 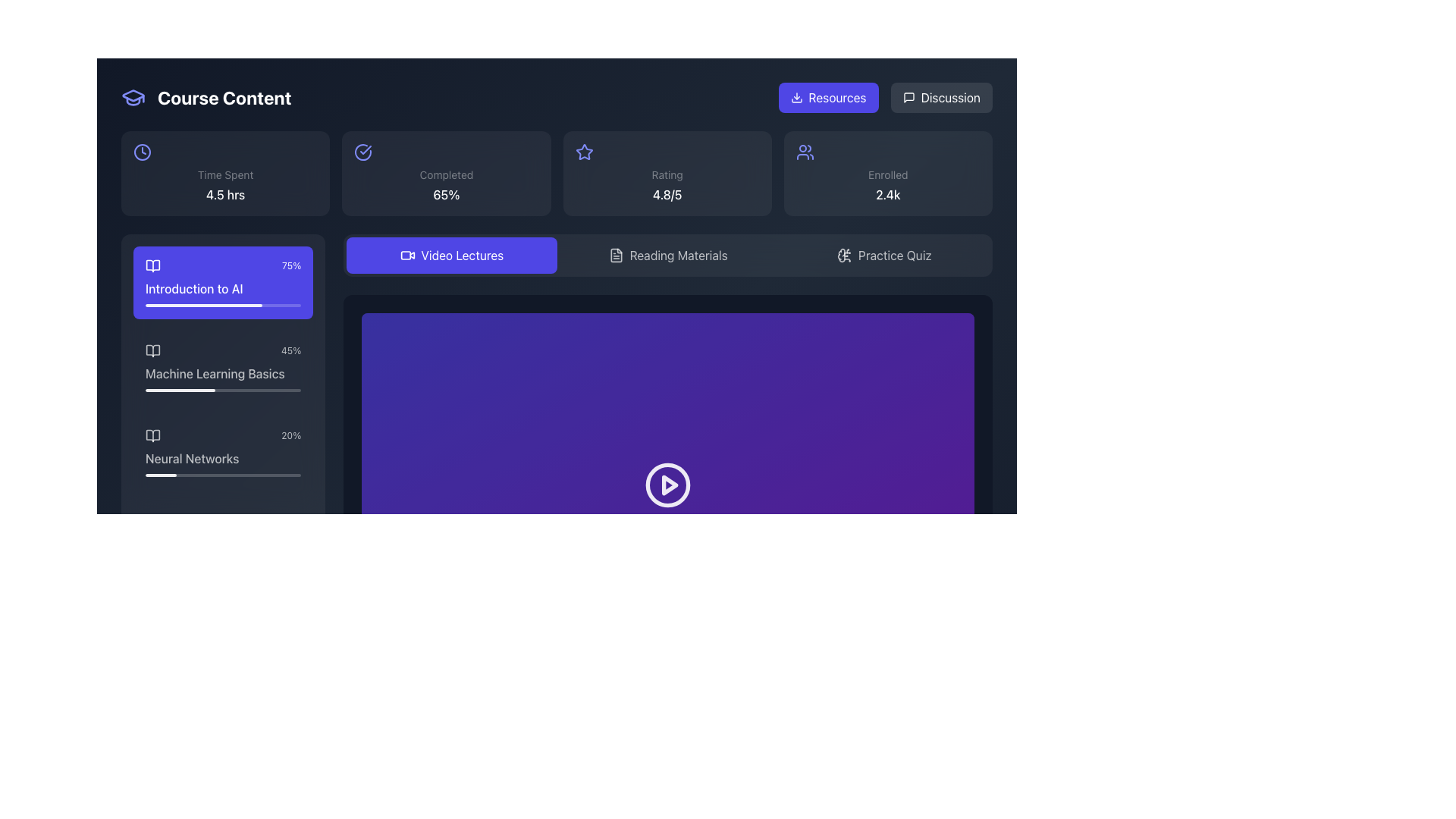 I want to click on the displayed percentage on the progress indicator card, which is the second item in a grid of four cards in the top row, second column, so click(x=445, y=172).